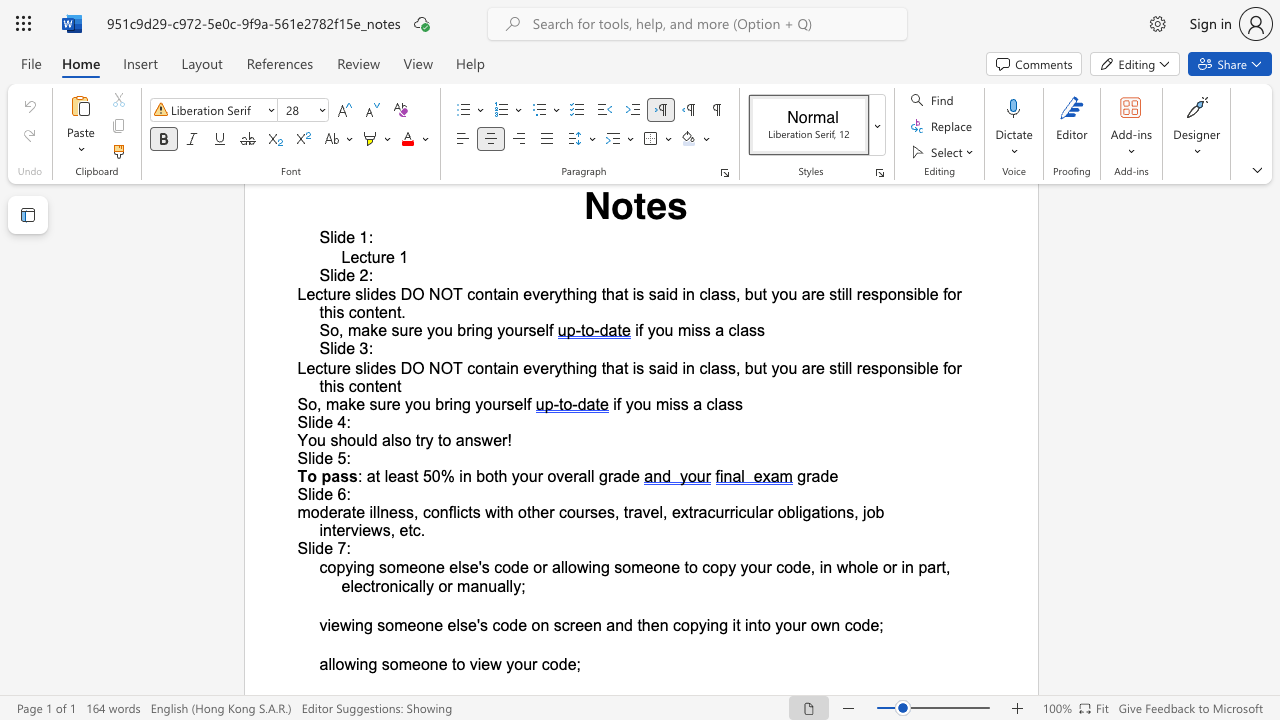  I want to click on the subset text "ing that is s" within the text "everything that is said in class, but you are still responsible for this content.", so click(574, 294).